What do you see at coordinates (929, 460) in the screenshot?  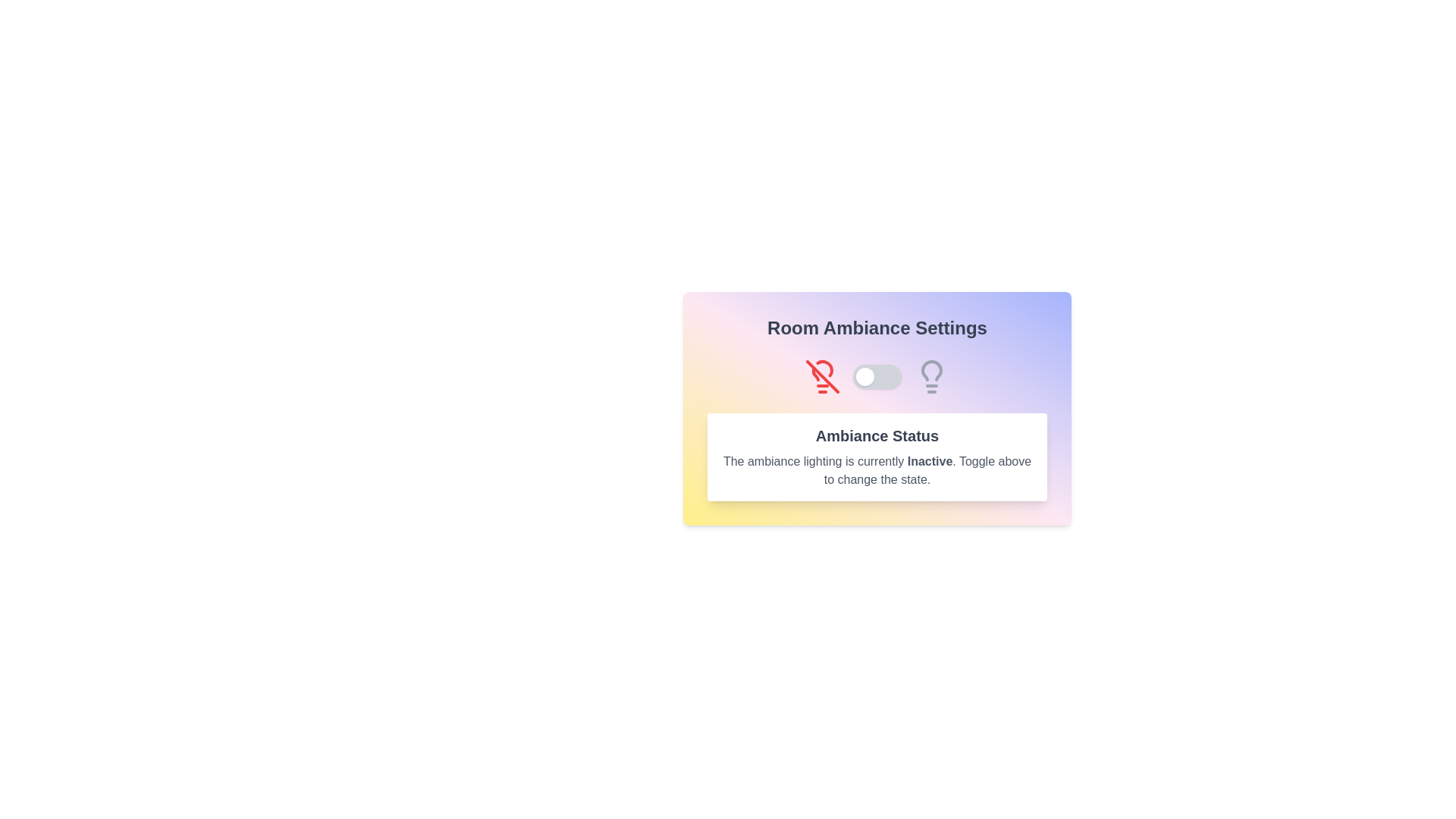 I see `the Text label displaying the current state of ambiance lighting, which indicates whether it is active or inactive, located under the toggle switch in the rectangular white box titled 'Ambiance Status'` at bounding box center [929, 460].